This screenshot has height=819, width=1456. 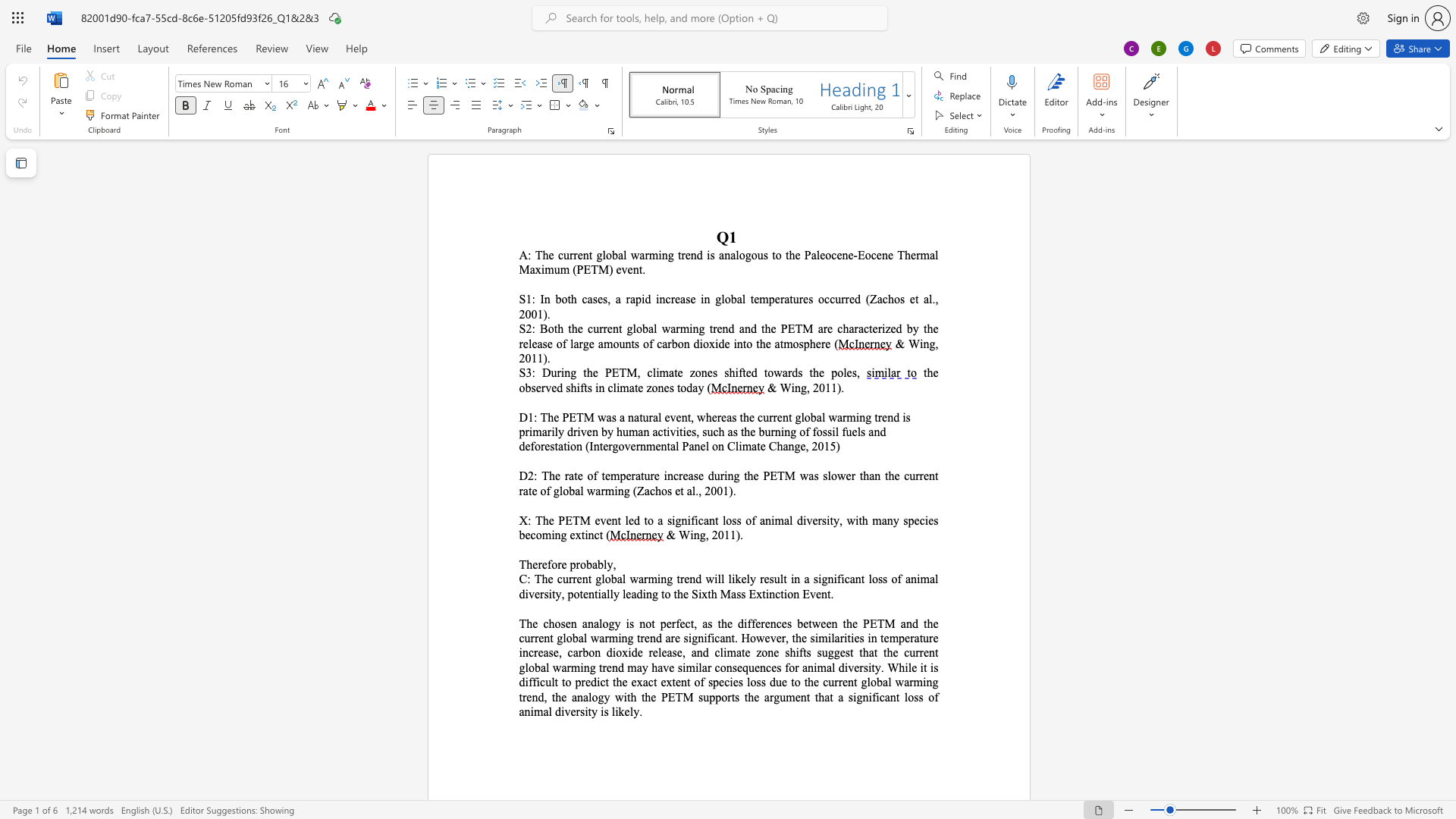 What do you see at coordinates (861, 254) in the screenshot?
I see `the 1th character "E" in the text` at bounding box center [861, 254].